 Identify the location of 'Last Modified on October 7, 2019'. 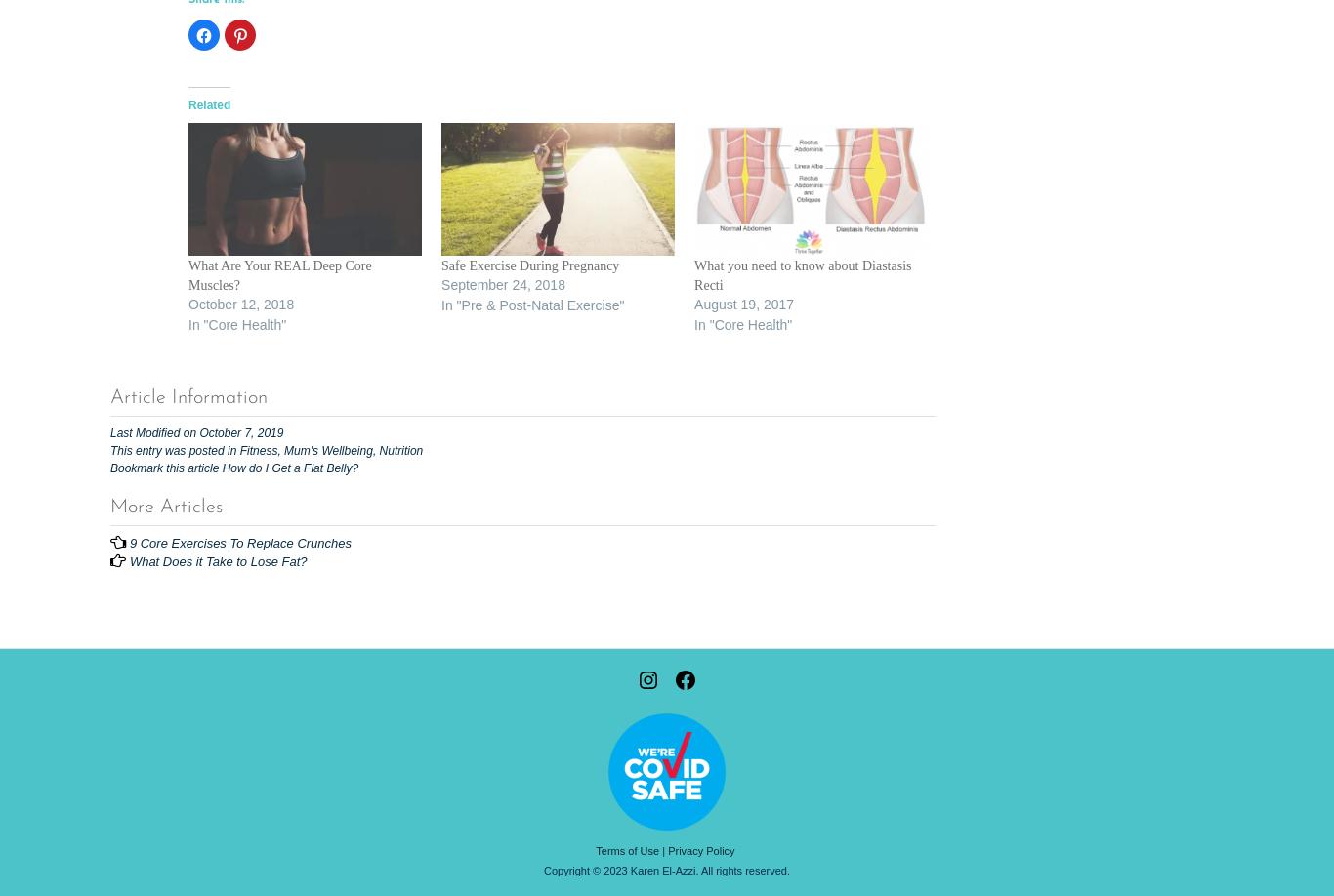
(109, 432).